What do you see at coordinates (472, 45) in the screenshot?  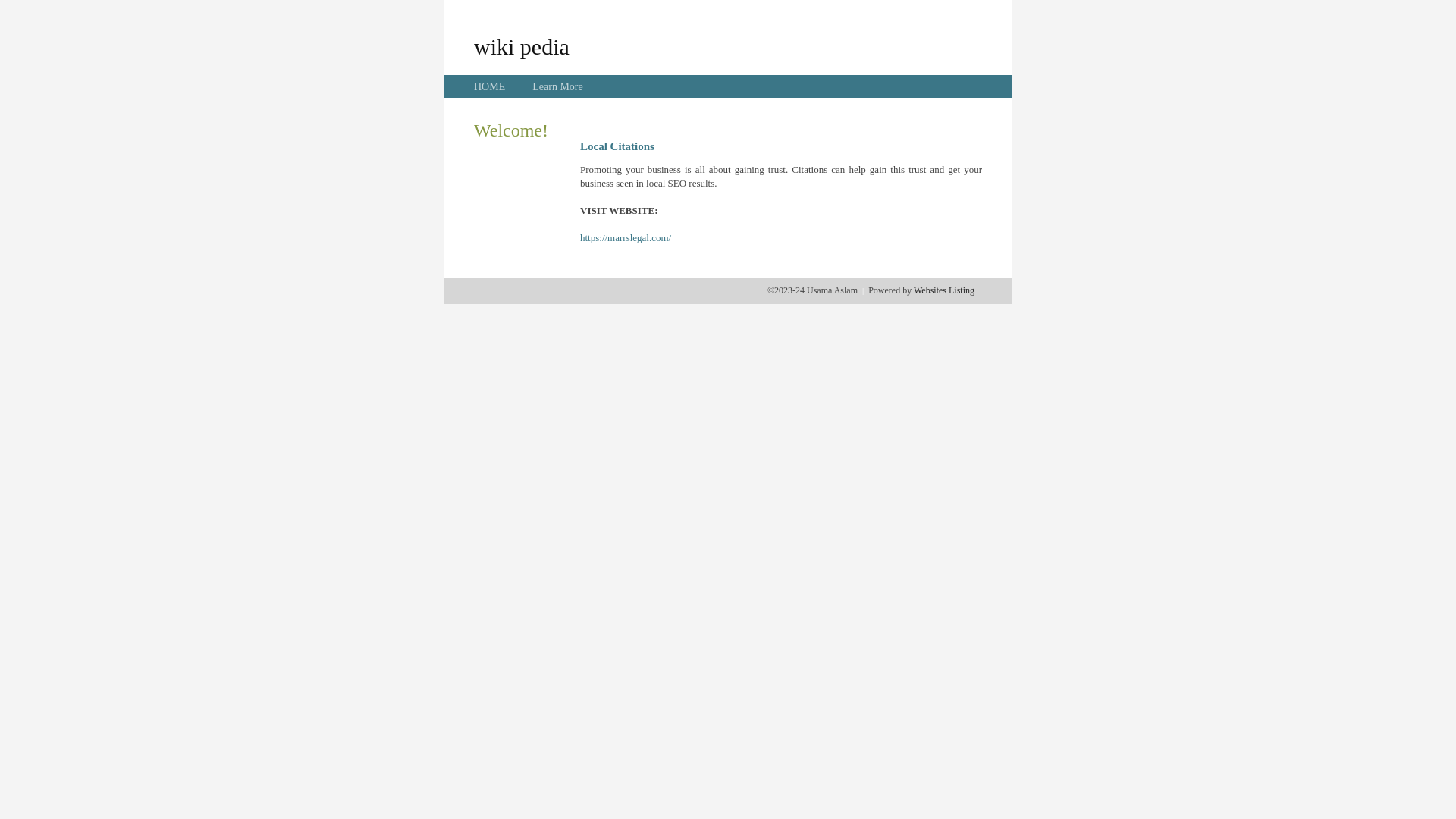 I see `'wiki pedia'` at bounding box center [472, 45].